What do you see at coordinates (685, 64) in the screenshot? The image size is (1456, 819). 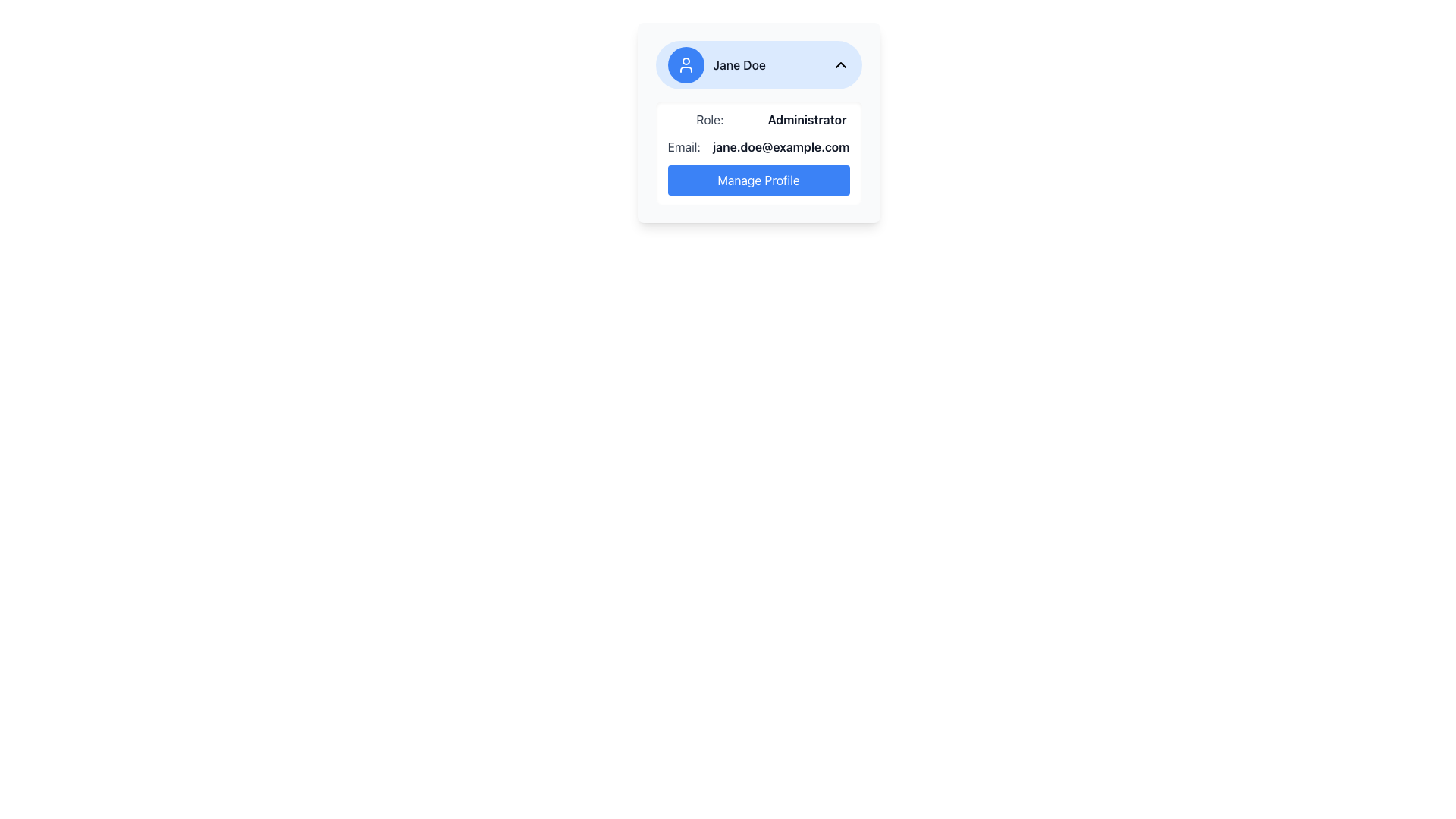 I see `the user's avatar SVG icon located` at bounding box center [685, 64].